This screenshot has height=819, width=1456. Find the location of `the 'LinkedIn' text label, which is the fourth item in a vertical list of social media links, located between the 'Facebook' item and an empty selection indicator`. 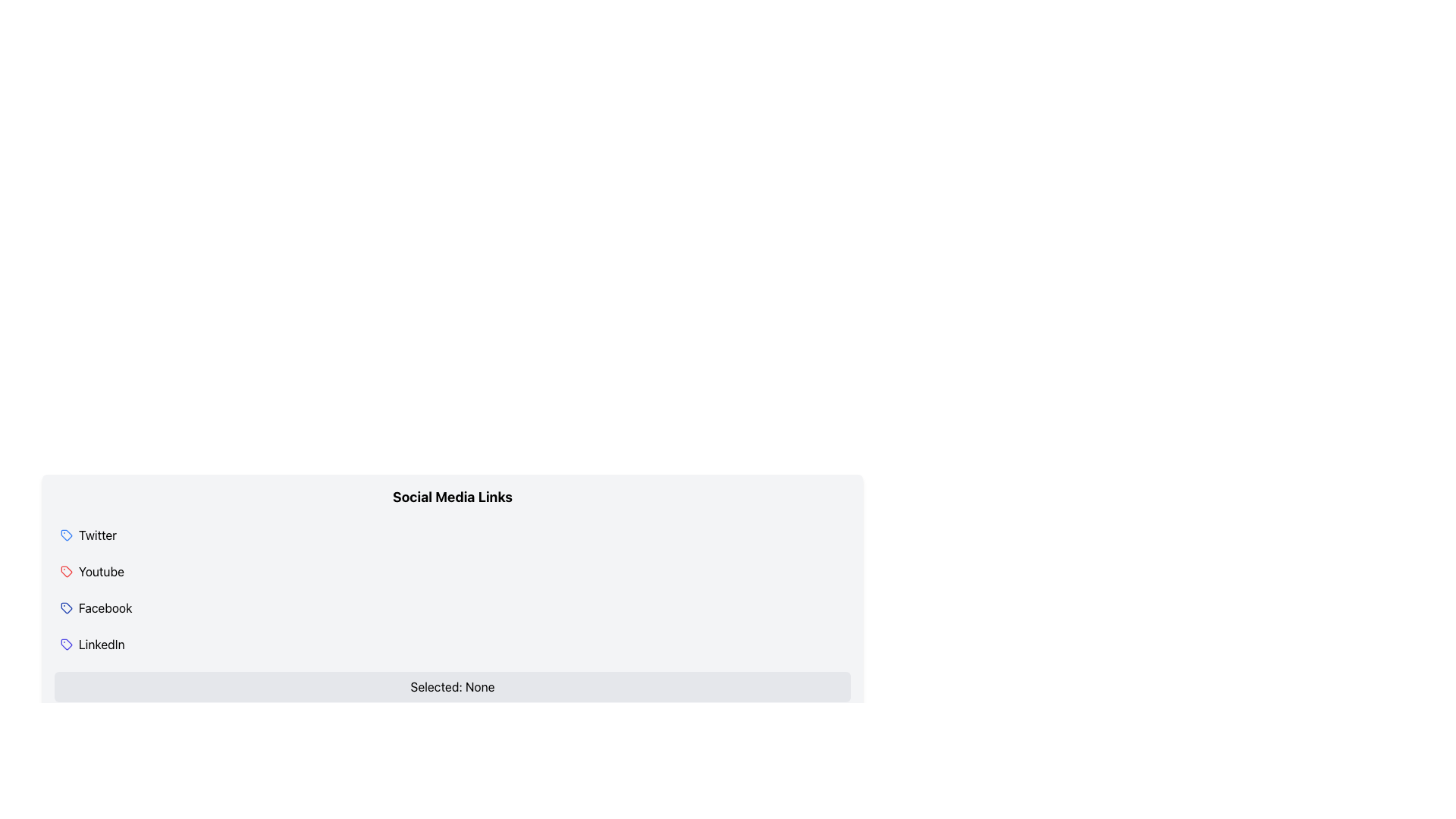

the 'LinkedIn' text label, which is the fourth item in a vertical list of social media links, located between the 'Facebook' item and an empty selection indicator is located at coordinates (101, 644).